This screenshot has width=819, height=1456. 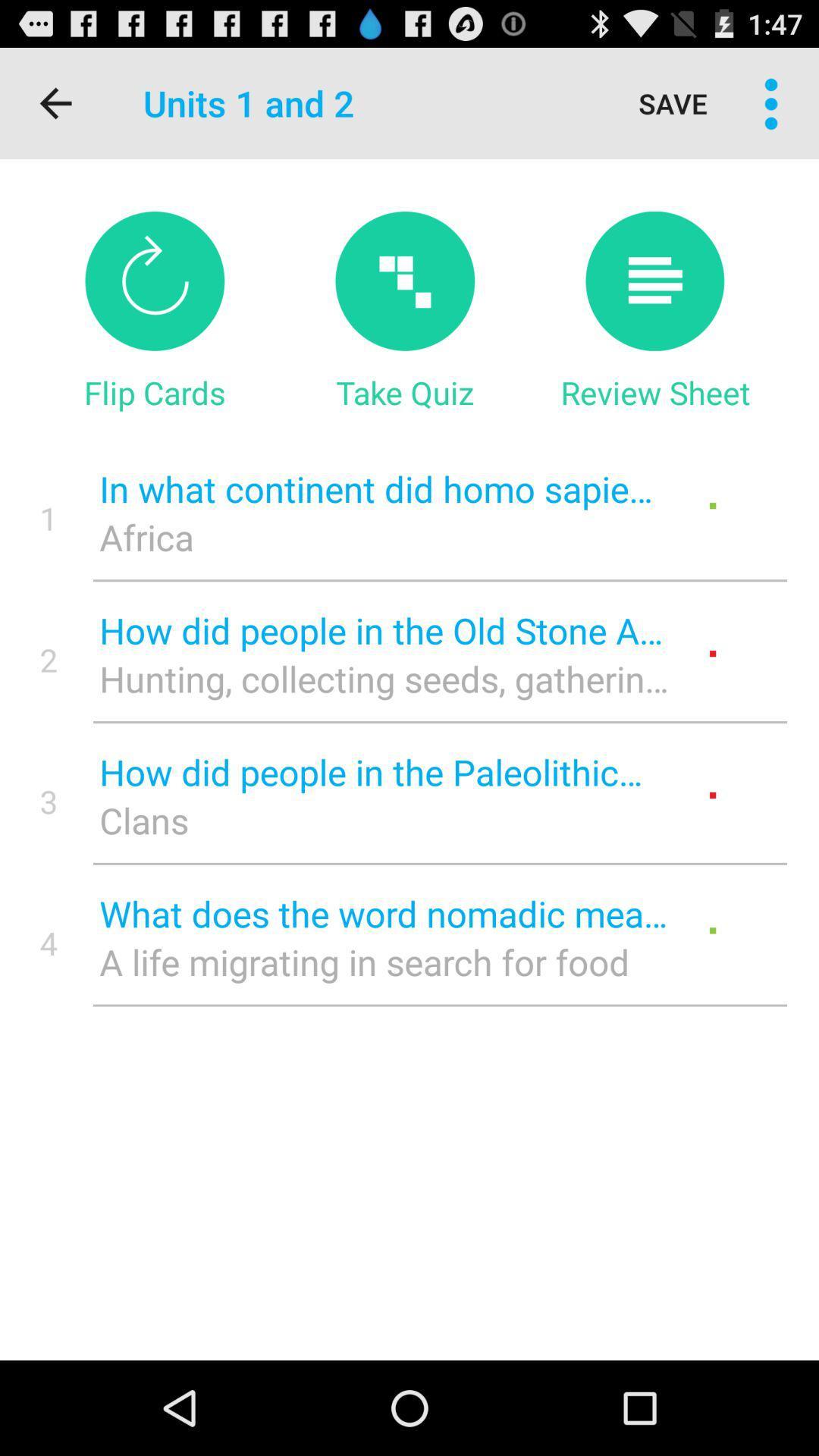 I want to click on item to the right of the 4 item, so click(x=383, y=912).